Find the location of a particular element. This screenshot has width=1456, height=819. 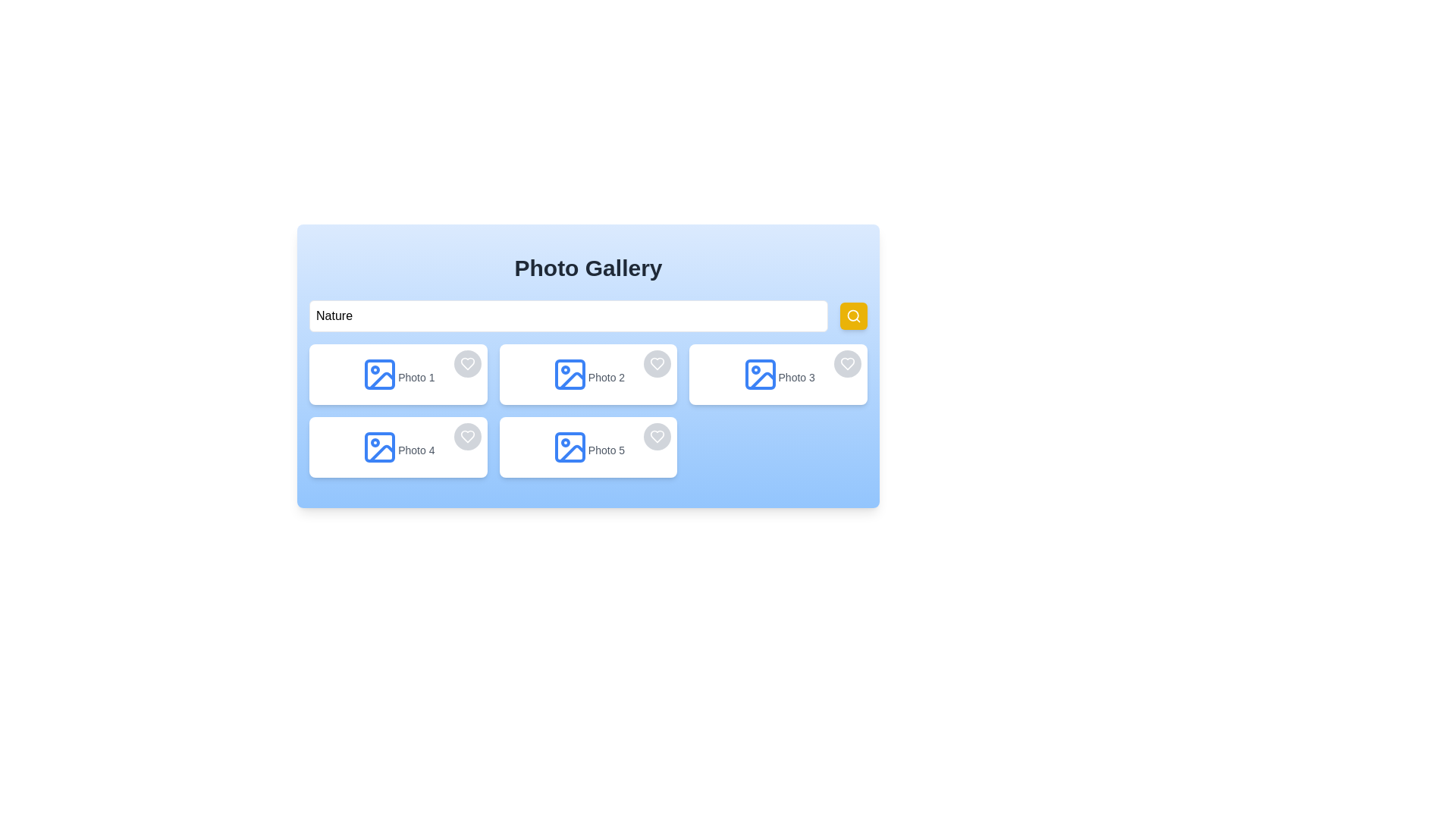

the text label displaying 'Photo 4' located below an image in the photo gallery grid for identification purposes is located at coordinates (416, 450).